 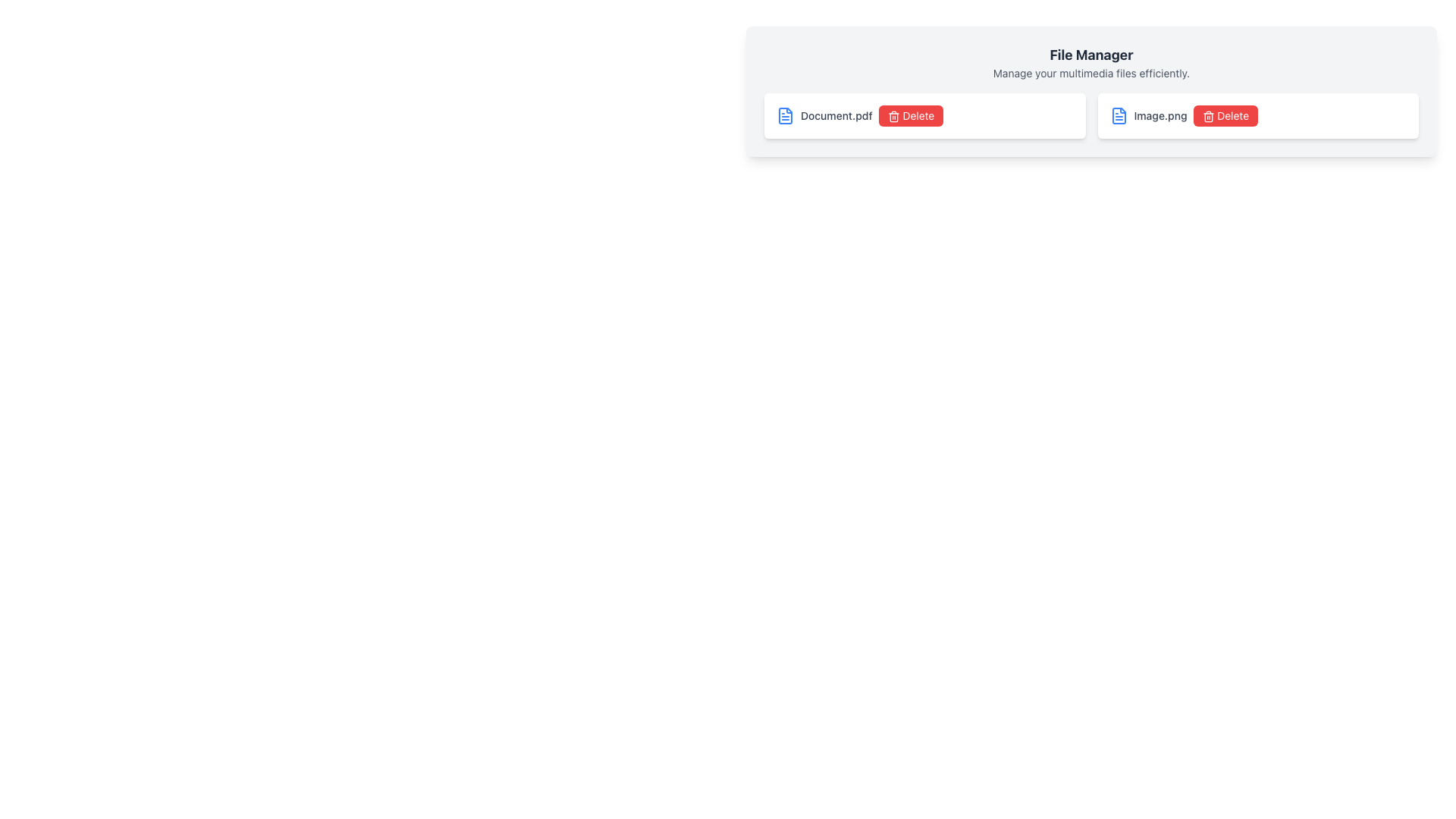 I want to click on the delete icon located centrally inside the right portion of the 'Delete' button next to 'Document.pdf' in the file manager interface, so click(x=893, y=116).